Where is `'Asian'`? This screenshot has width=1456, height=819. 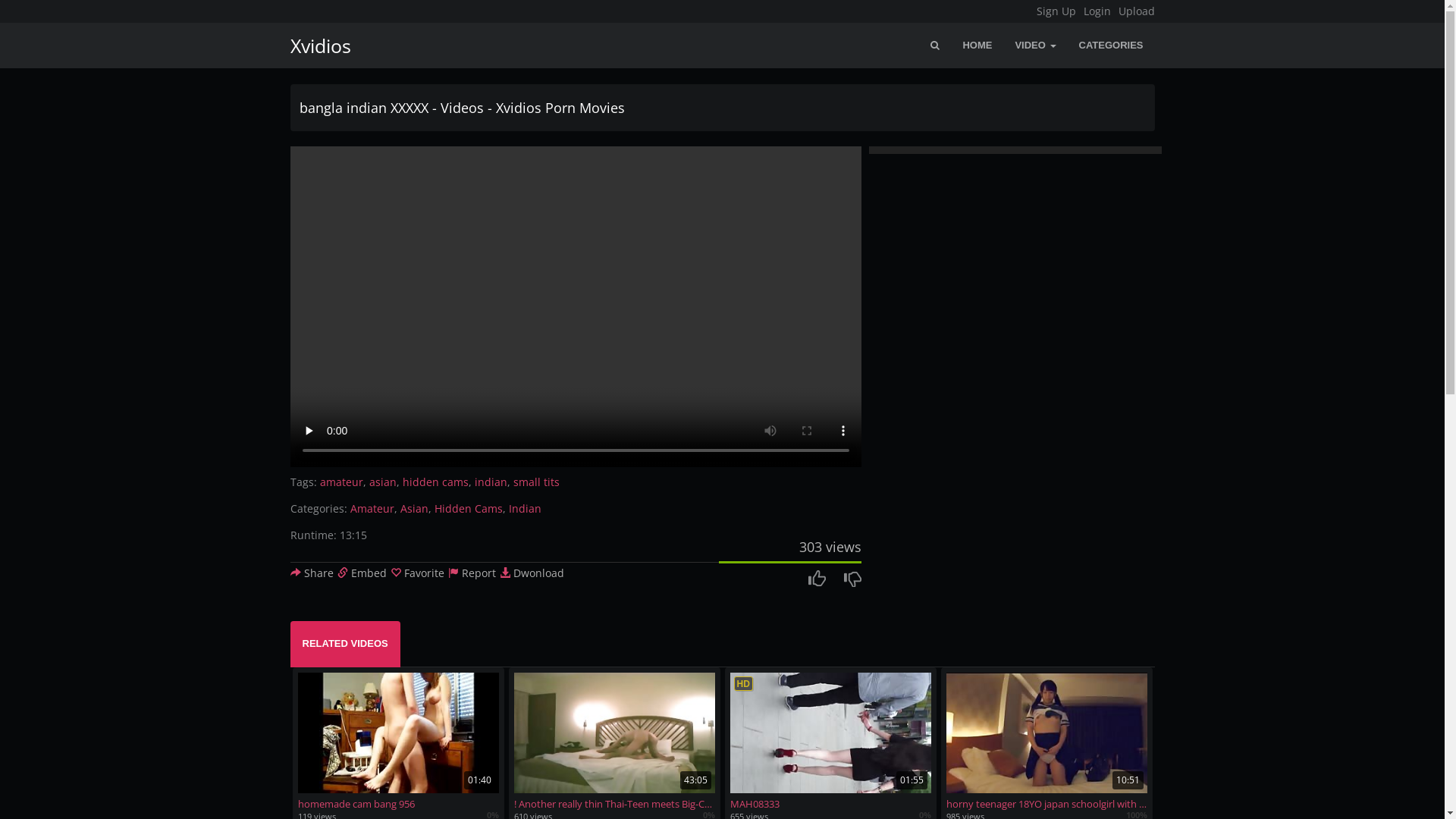
'Asian' is located at coordinates (414, 508).